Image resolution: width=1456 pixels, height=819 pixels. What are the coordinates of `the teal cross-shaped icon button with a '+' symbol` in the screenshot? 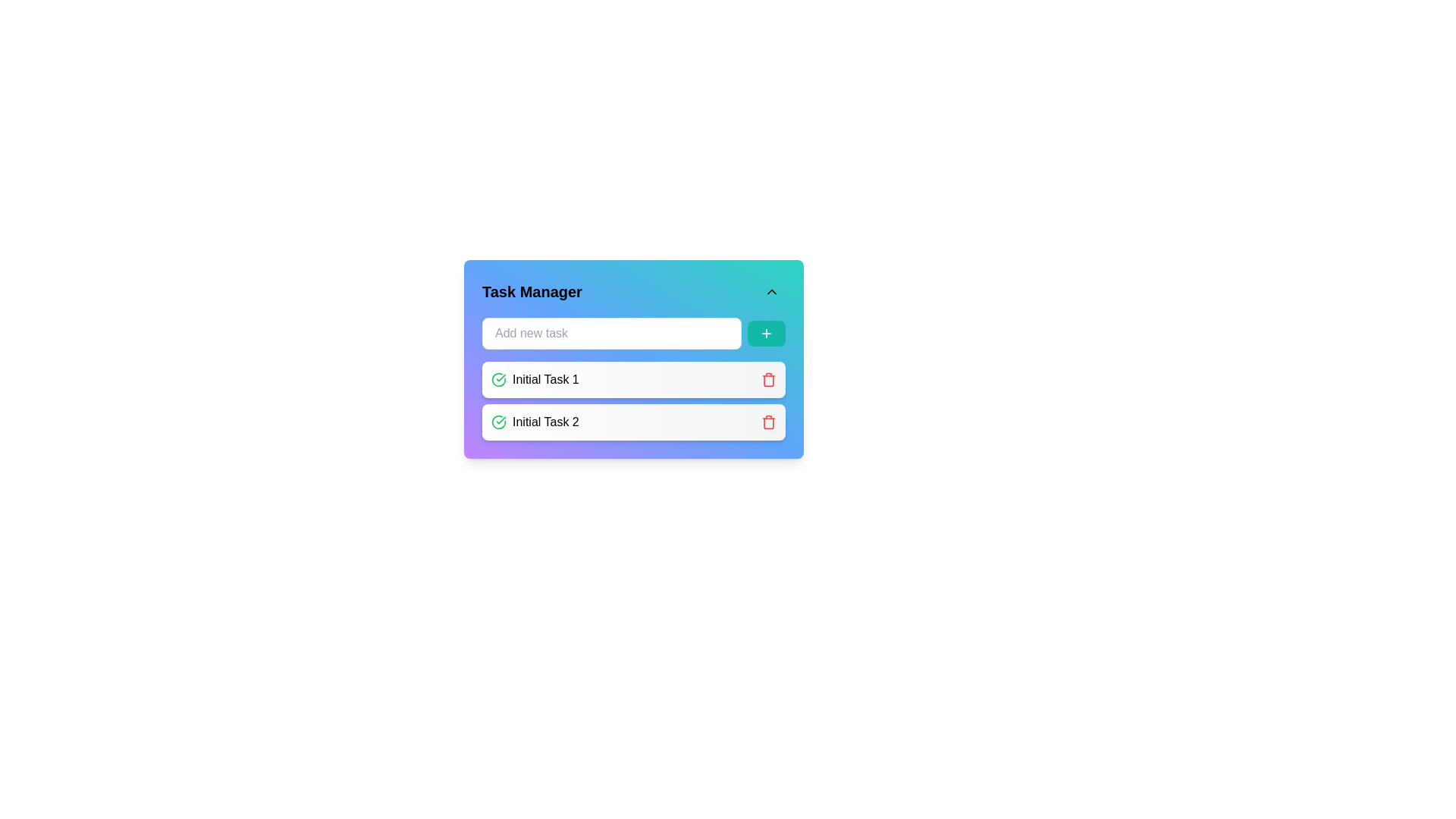 It's located at (767, 332).